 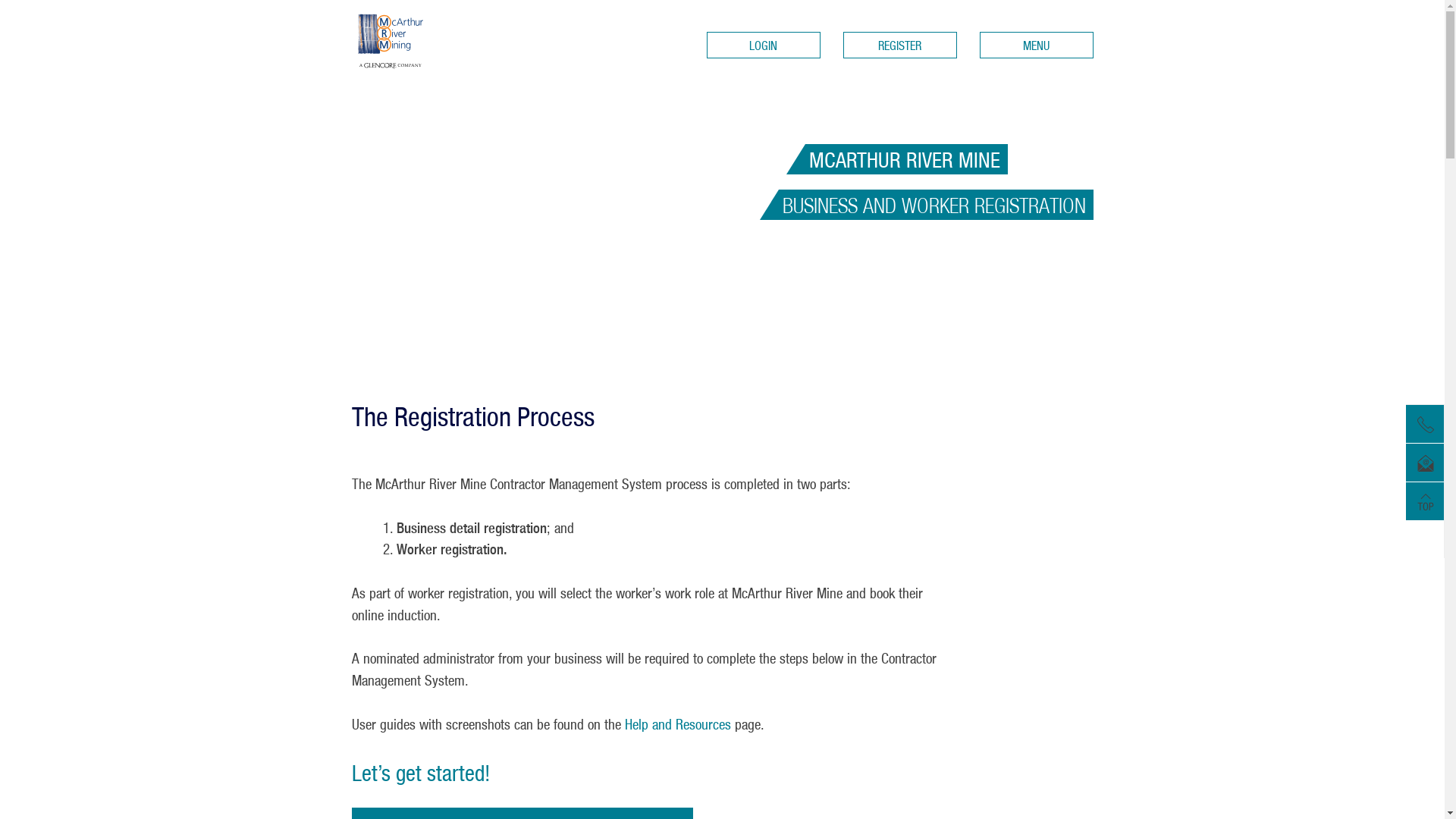 What do you see at coordinates (416, 39) in the screenshot?
I see `'Glencore Contractors'` at bounding box center [416, 39].